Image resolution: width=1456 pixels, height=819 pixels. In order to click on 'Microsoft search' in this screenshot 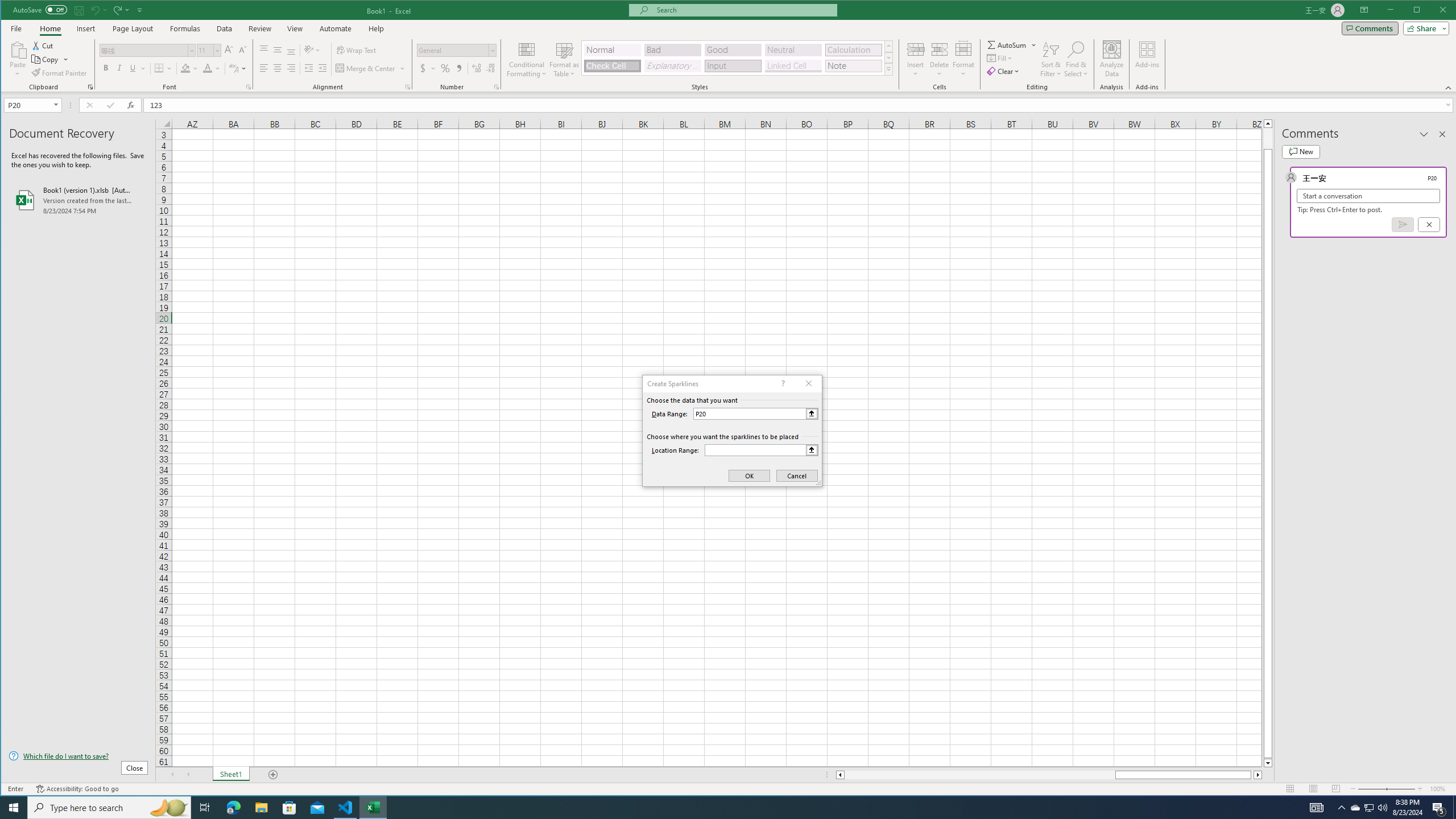, I will do `click(742, 10)`.